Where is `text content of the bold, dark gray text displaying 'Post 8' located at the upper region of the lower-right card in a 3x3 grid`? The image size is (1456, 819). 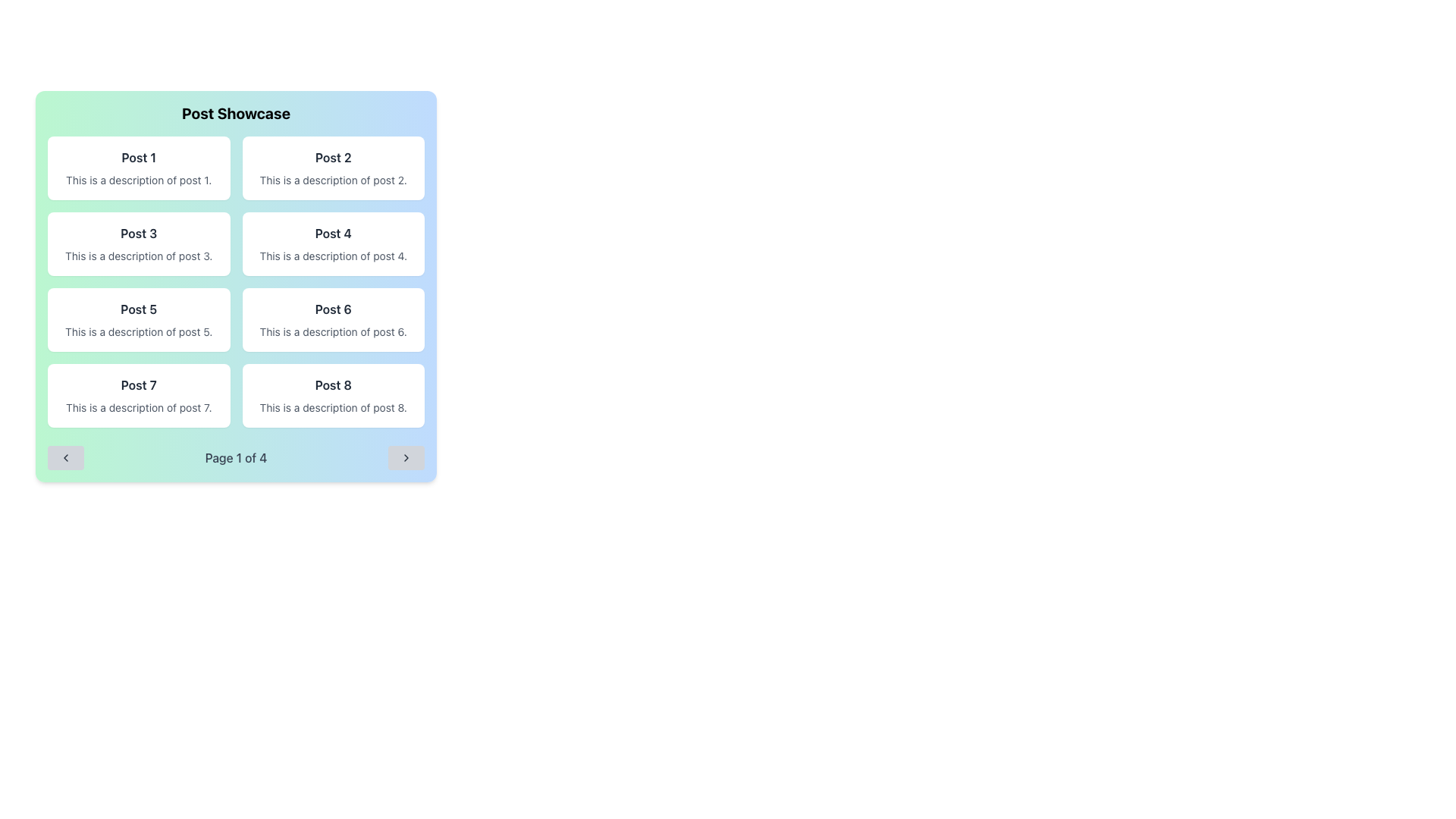 text content of the bold, dark gray text displaying 'Post 8' located at the upper region of the lower-right card in a 3x3 grid is located at coordinates (332, 384).